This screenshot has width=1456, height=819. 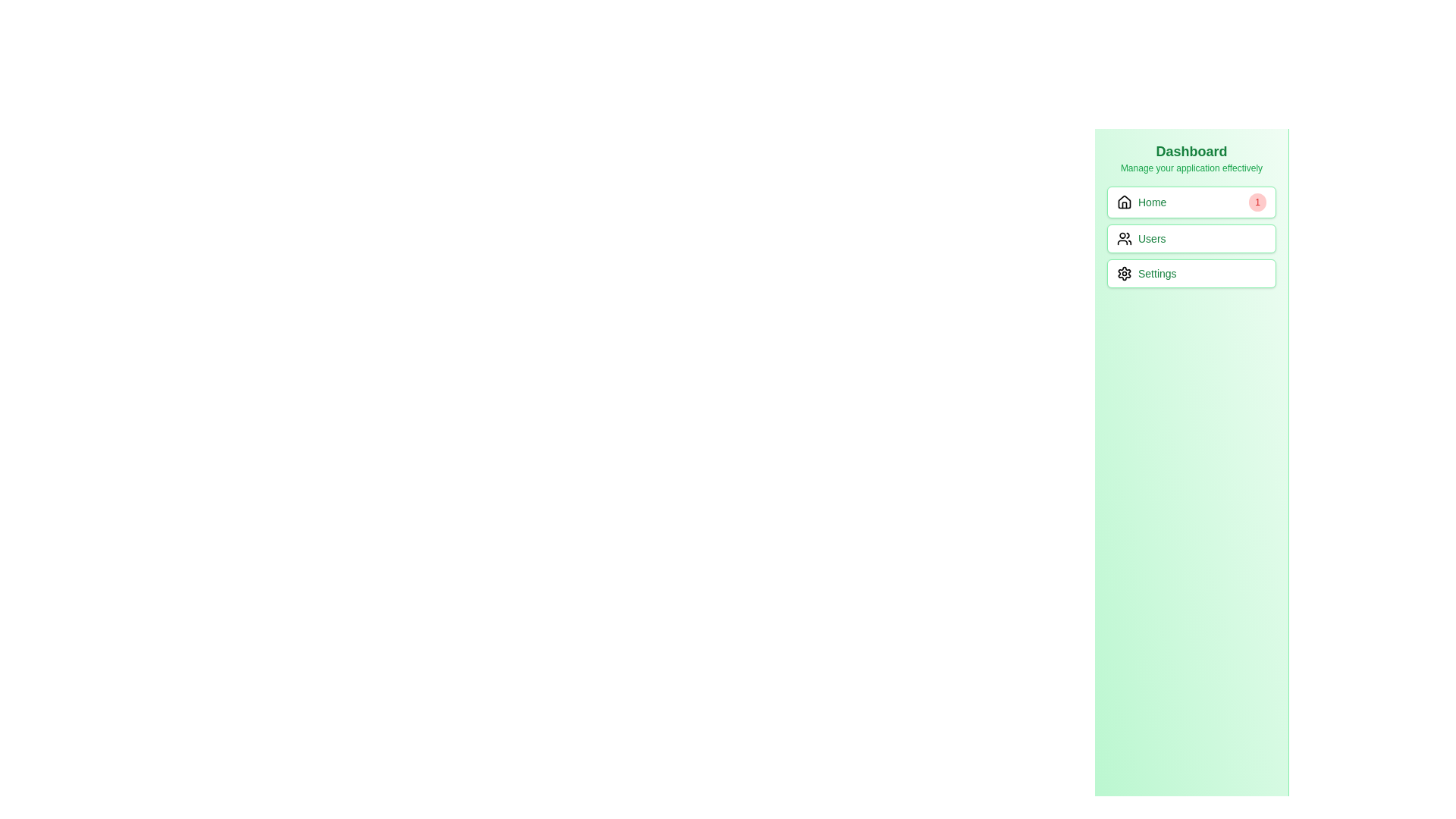 What do you see at coordinates (1125, 239) in the screenshot?
I see `the button labeled 'Users' which contains the icon representing 'Users' for managing or viewing users in the application` at bounding box center [1125, 239].